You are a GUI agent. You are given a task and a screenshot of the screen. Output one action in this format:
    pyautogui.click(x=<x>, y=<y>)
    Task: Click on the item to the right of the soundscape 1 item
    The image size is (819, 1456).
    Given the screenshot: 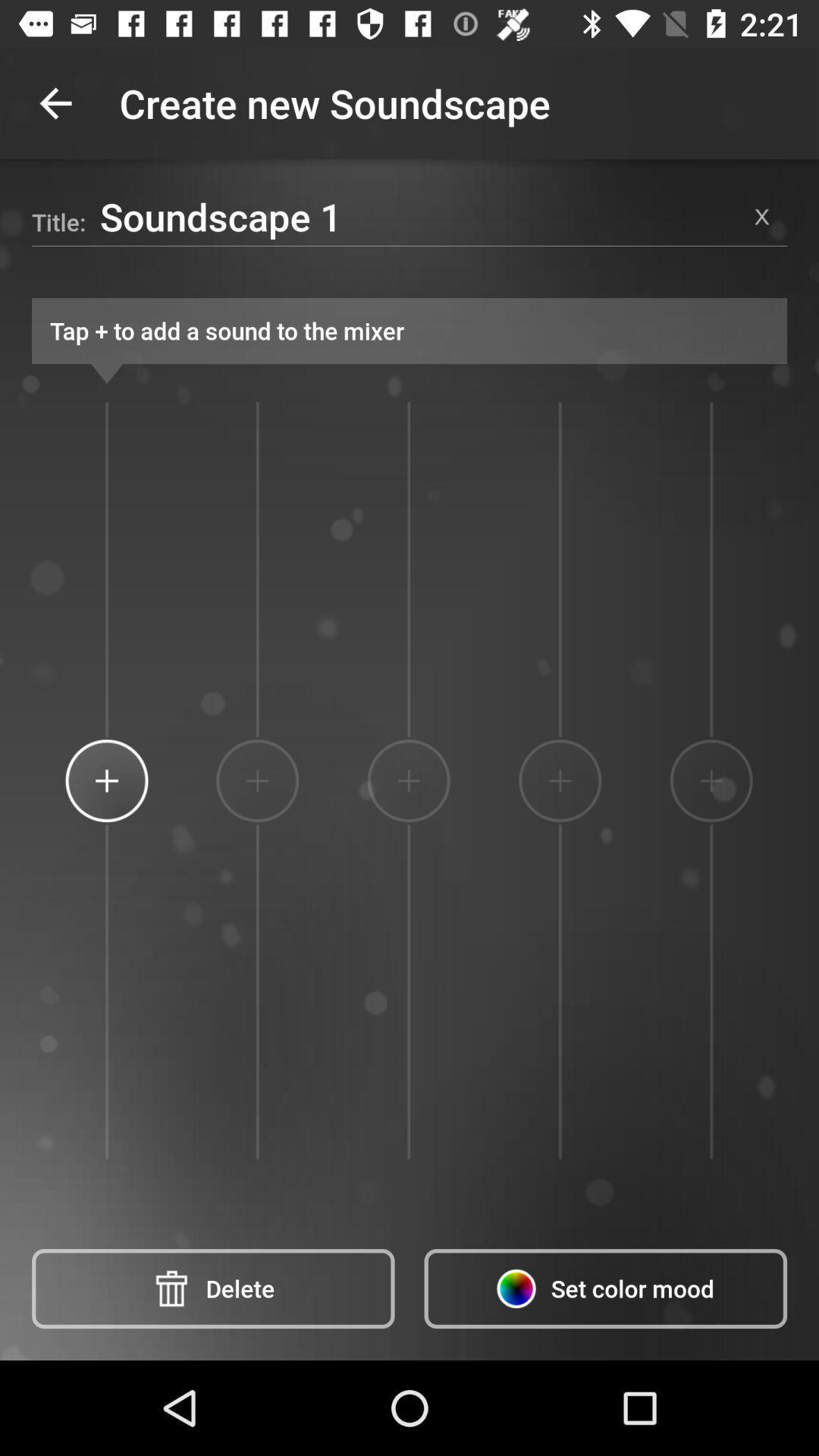 What is the action you would take?
    pyautogui.click(x=762, y=215)
    